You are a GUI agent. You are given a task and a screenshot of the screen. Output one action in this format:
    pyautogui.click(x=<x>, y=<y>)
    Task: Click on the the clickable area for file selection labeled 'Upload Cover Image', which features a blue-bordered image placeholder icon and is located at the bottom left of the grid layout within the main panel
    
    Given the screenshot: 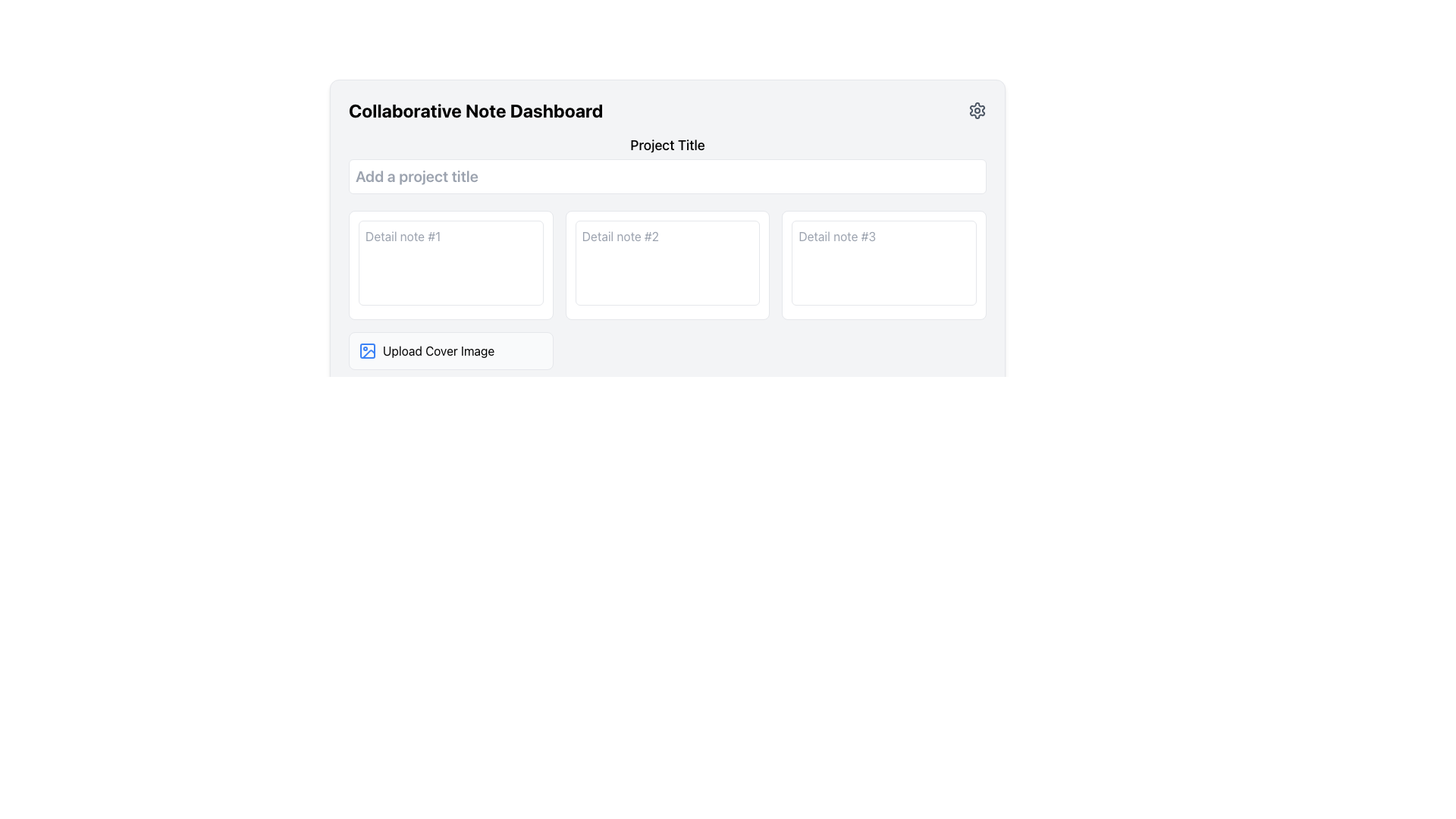 What is the action you would take?
    pyautogui.click(x=450, y=350)
    